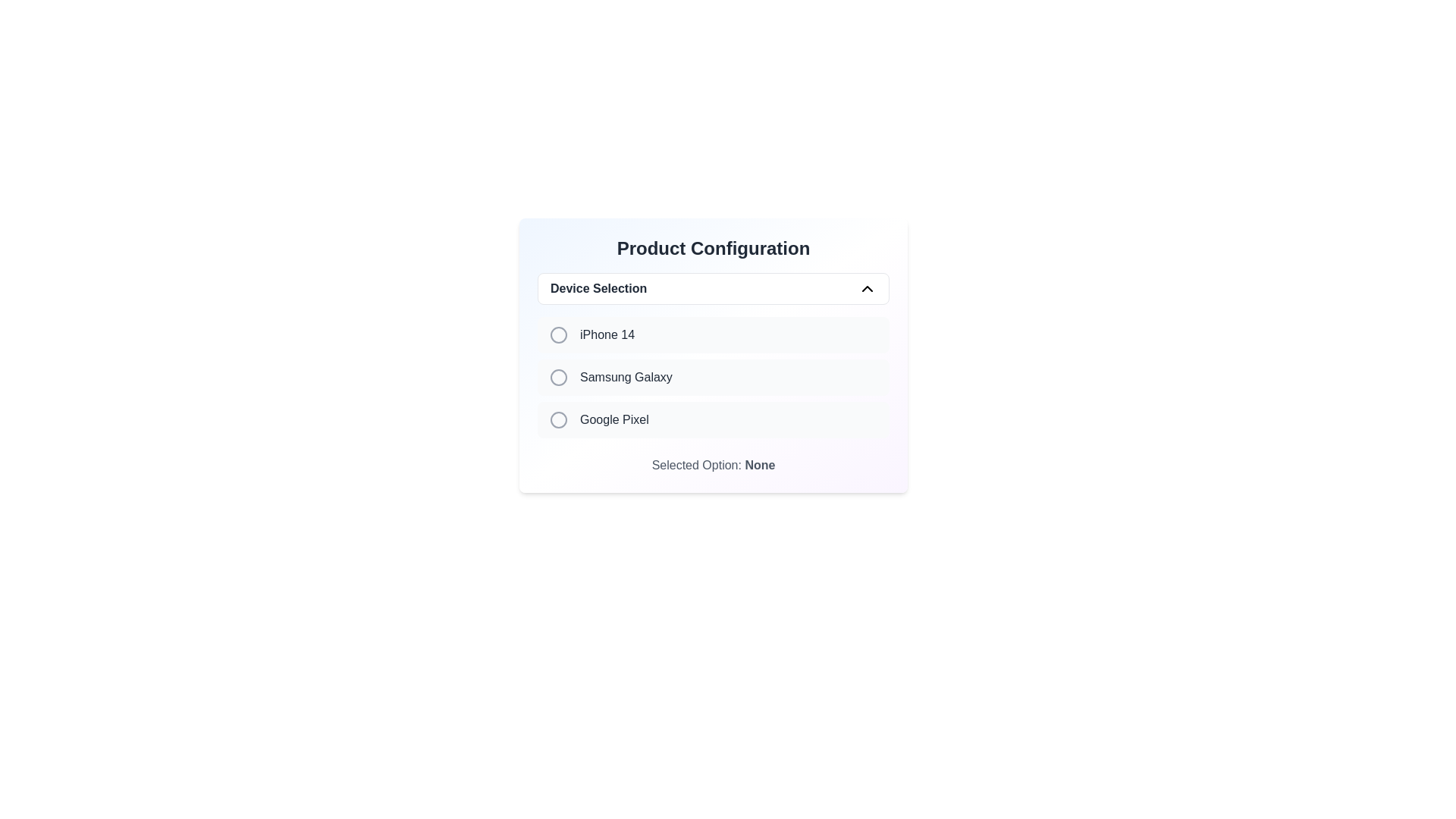 The width and height of the screenshot is (1456, 819). Describe the element at coordinates (607, 334) in the screenshot. I see `the static text label displaying 'iPhone 14', which is located beside a circular icon within the 'Product Configuration' card under 'Device Selection'` at that location.